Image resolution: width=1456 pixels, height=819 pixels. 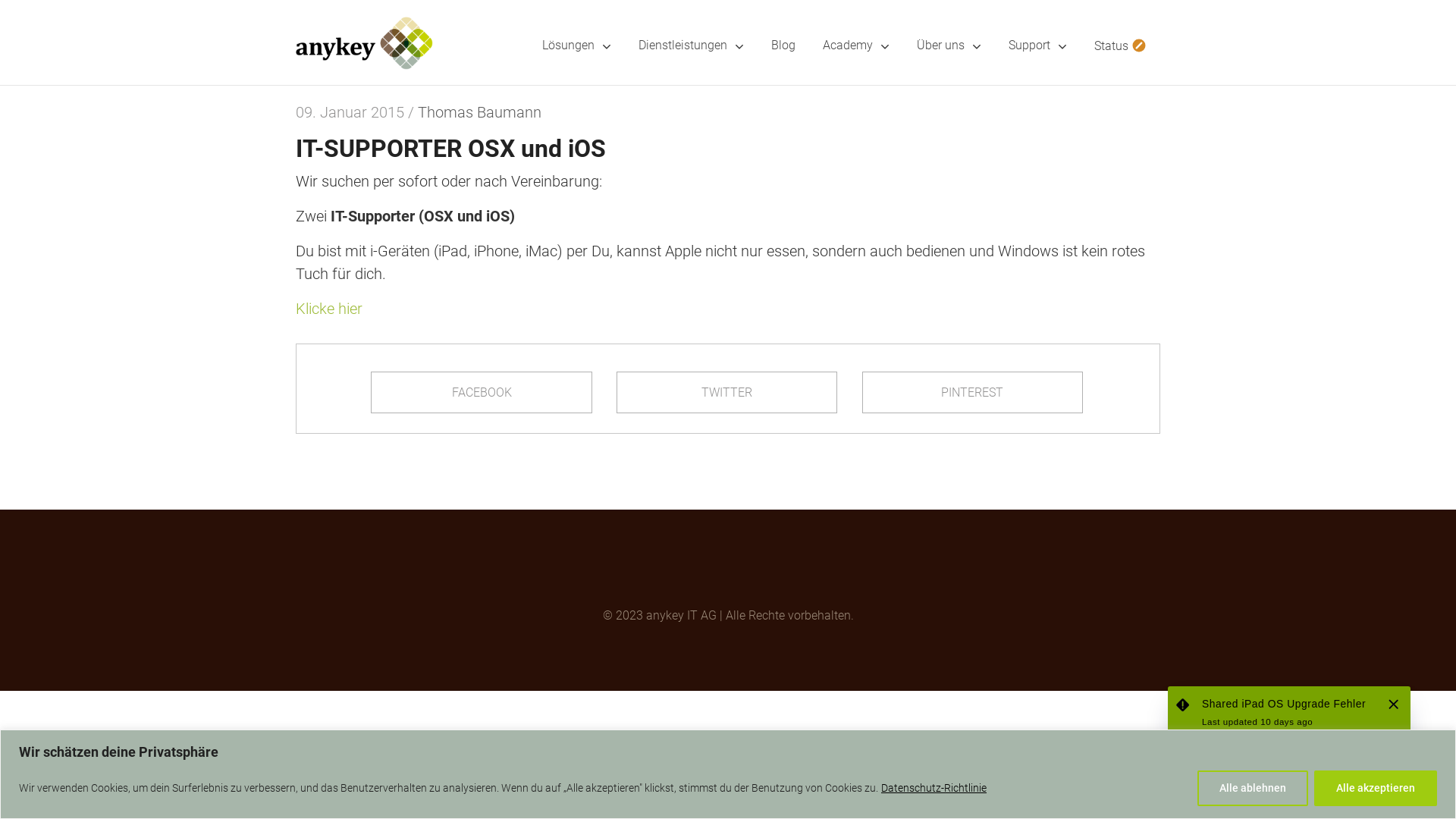 What do you see at coordinates (690, 29) in the screenshot?
I see `'Dienstleistungen'` at bounding box center [690, 29].